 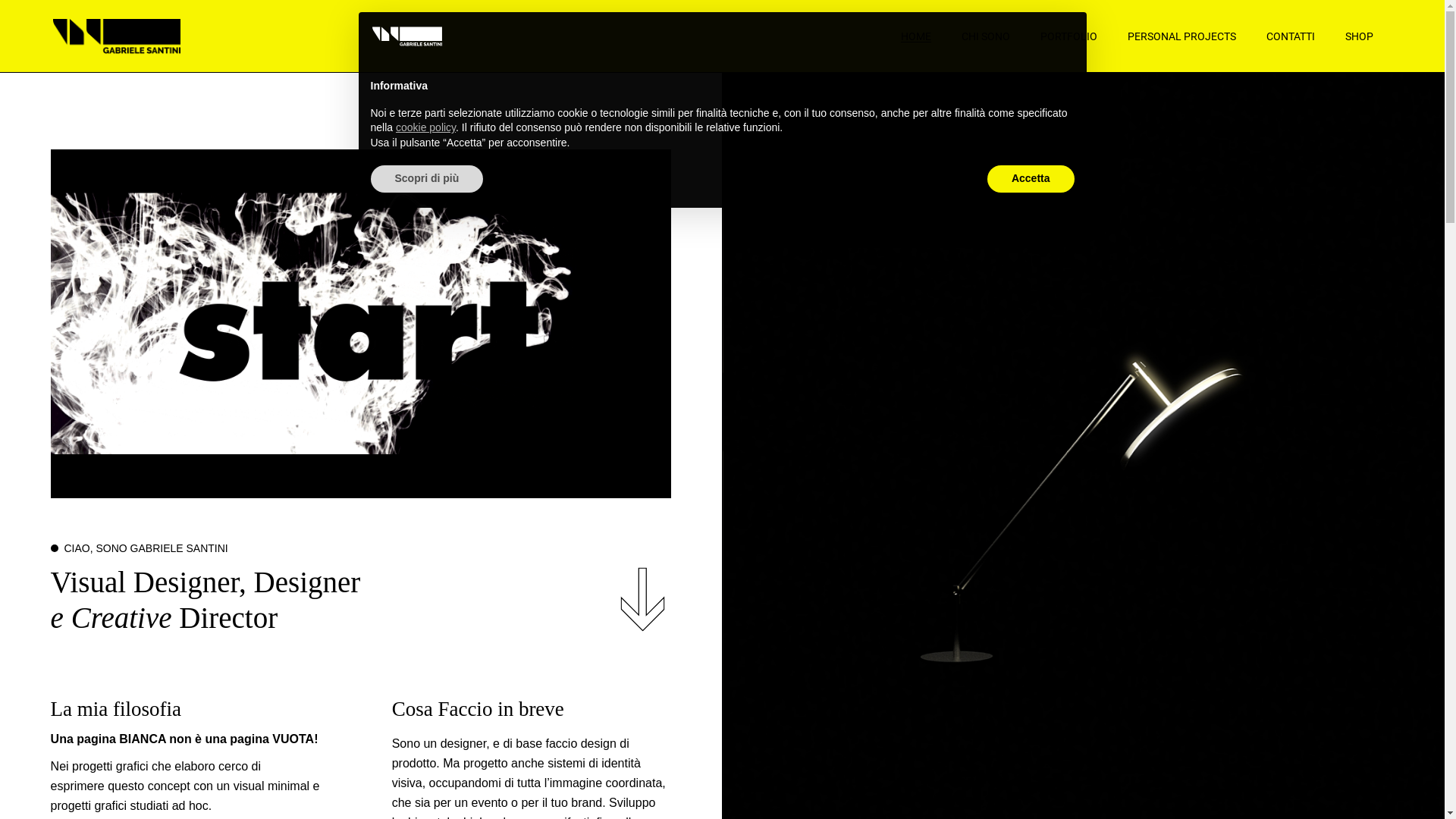 What do you see at coordinates (1068, 35) in the screenshot?
I see `'PORTFOLIO'` at bounding box center [1068, 35].